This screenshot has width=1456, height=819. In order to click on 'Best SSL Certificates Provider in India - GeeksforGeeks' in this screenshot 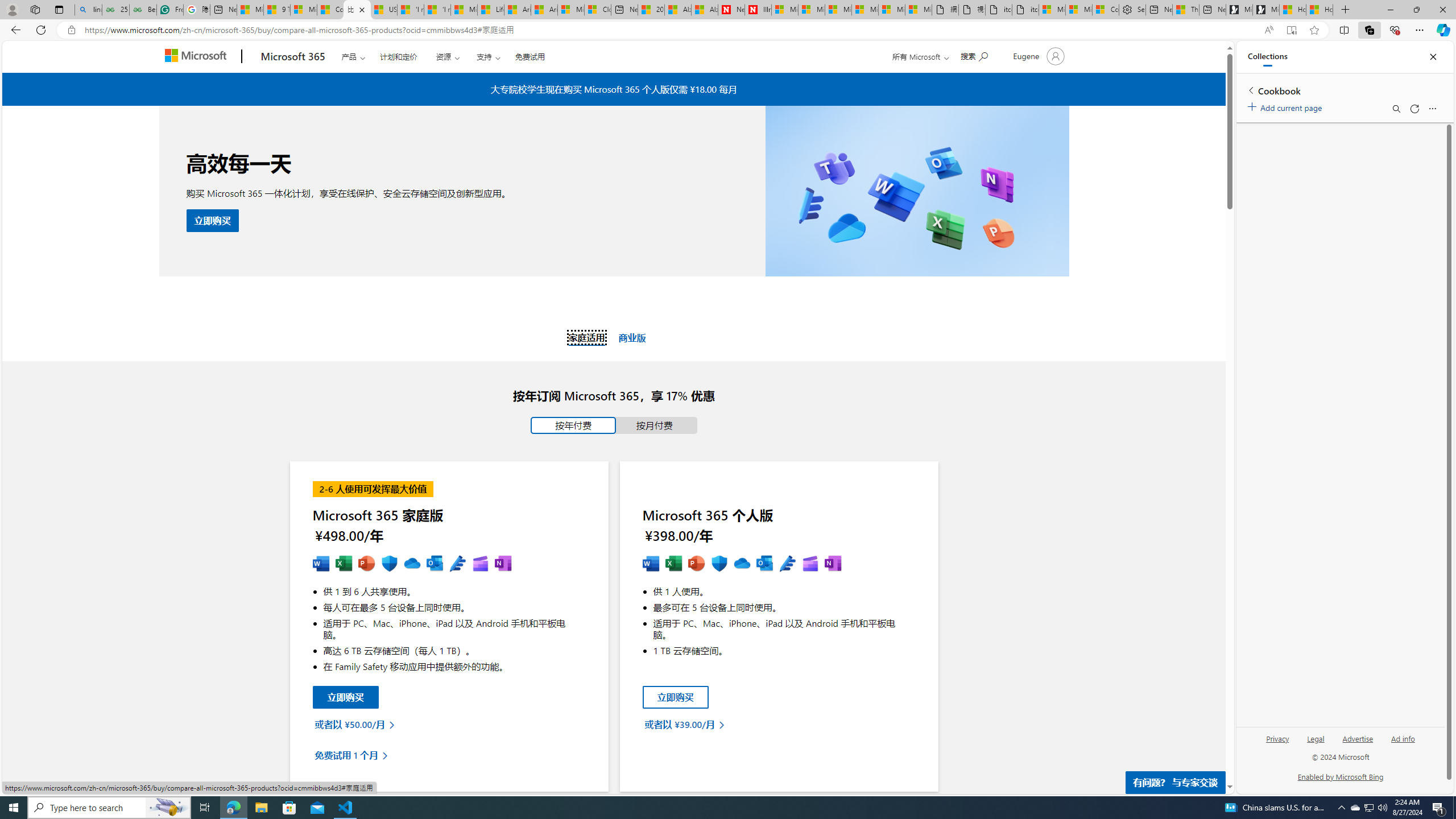, I will do `click(143, 9)`.